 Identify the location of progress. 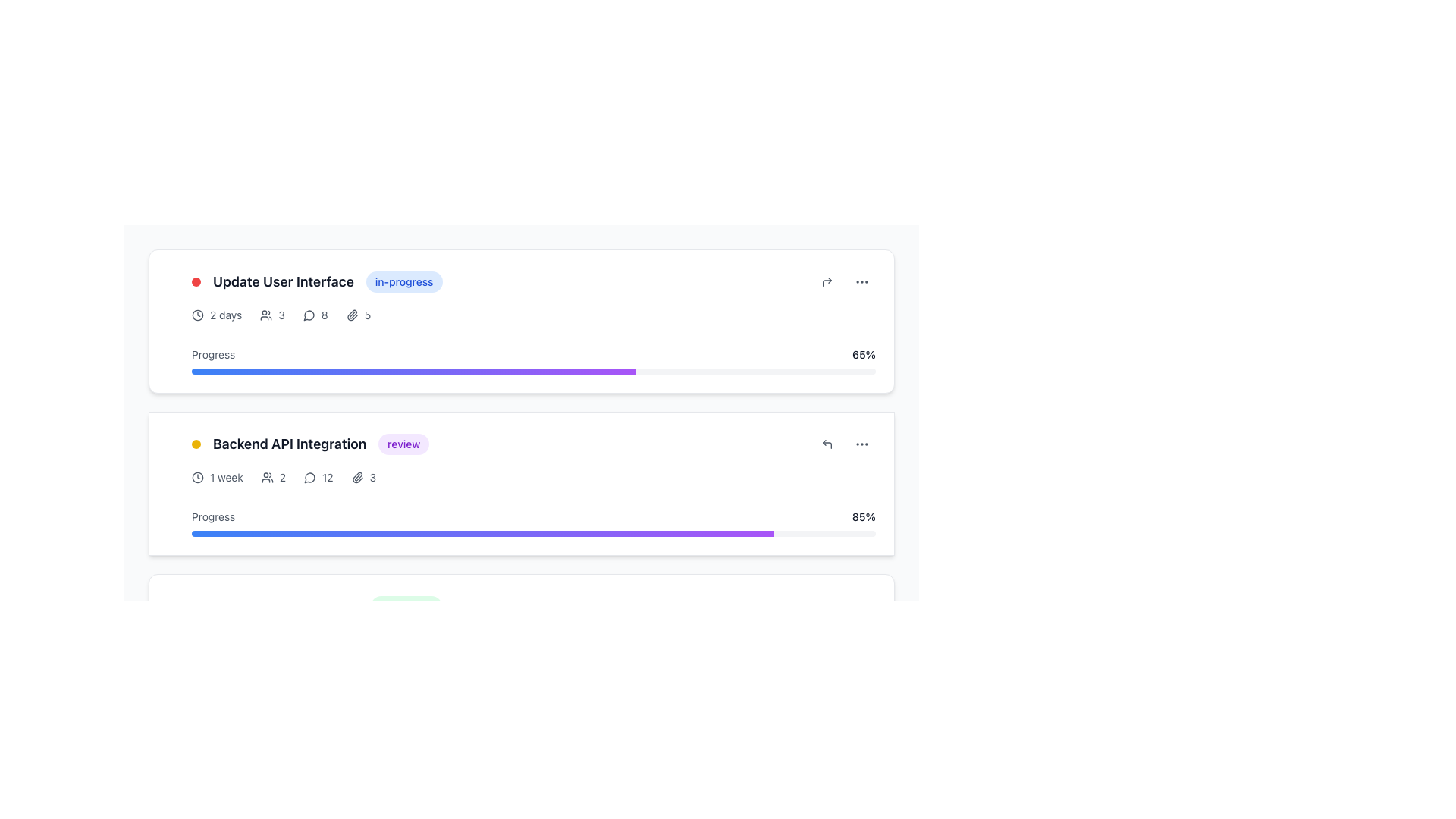
(516, 371).